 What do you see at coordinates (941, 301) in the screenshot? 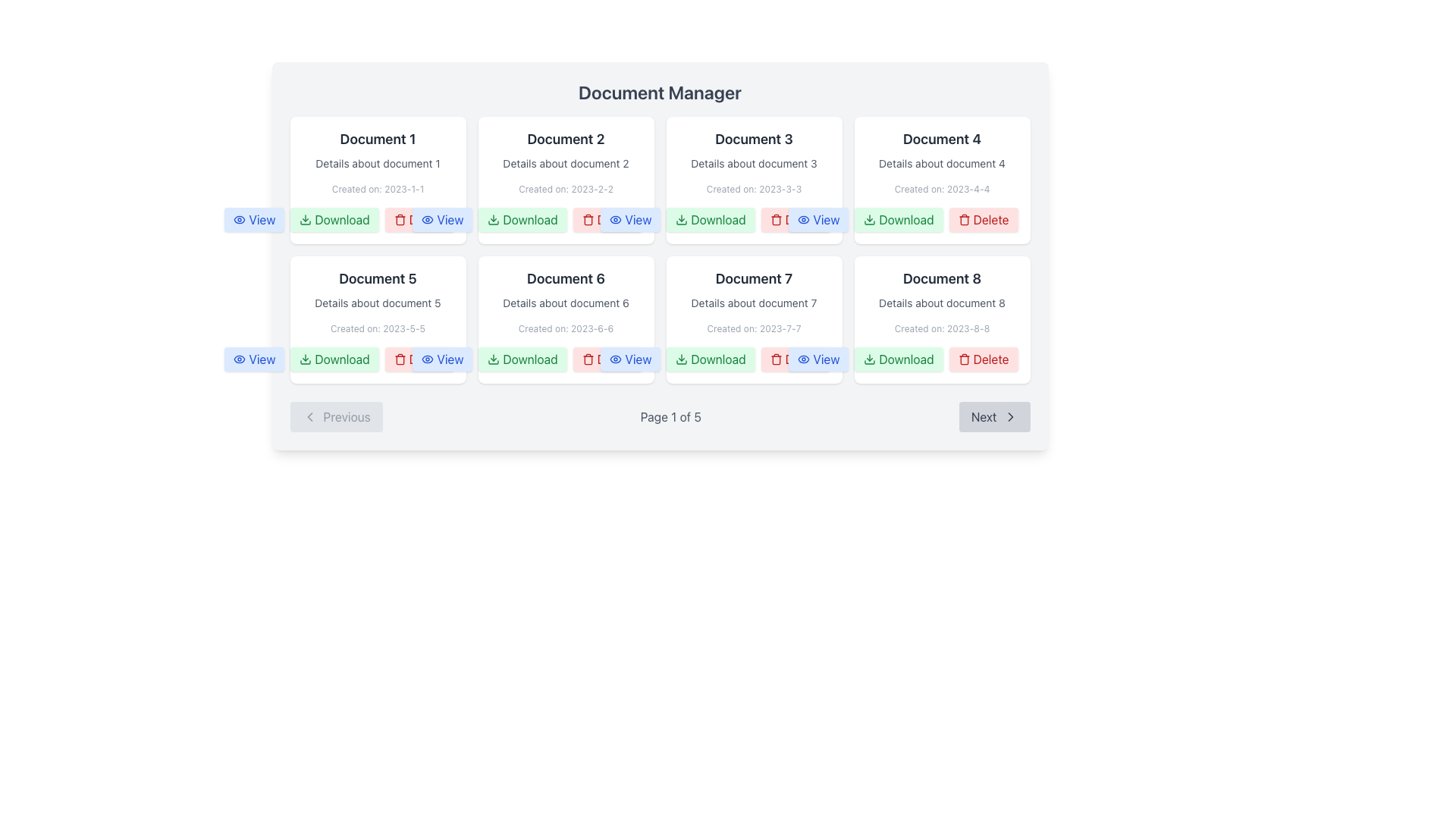
I see `text from the title and metadata of the document titled 'Document 8', which is located in the bottom-right corner of a 2x4 grid layout` at bounding box center [941, 301].